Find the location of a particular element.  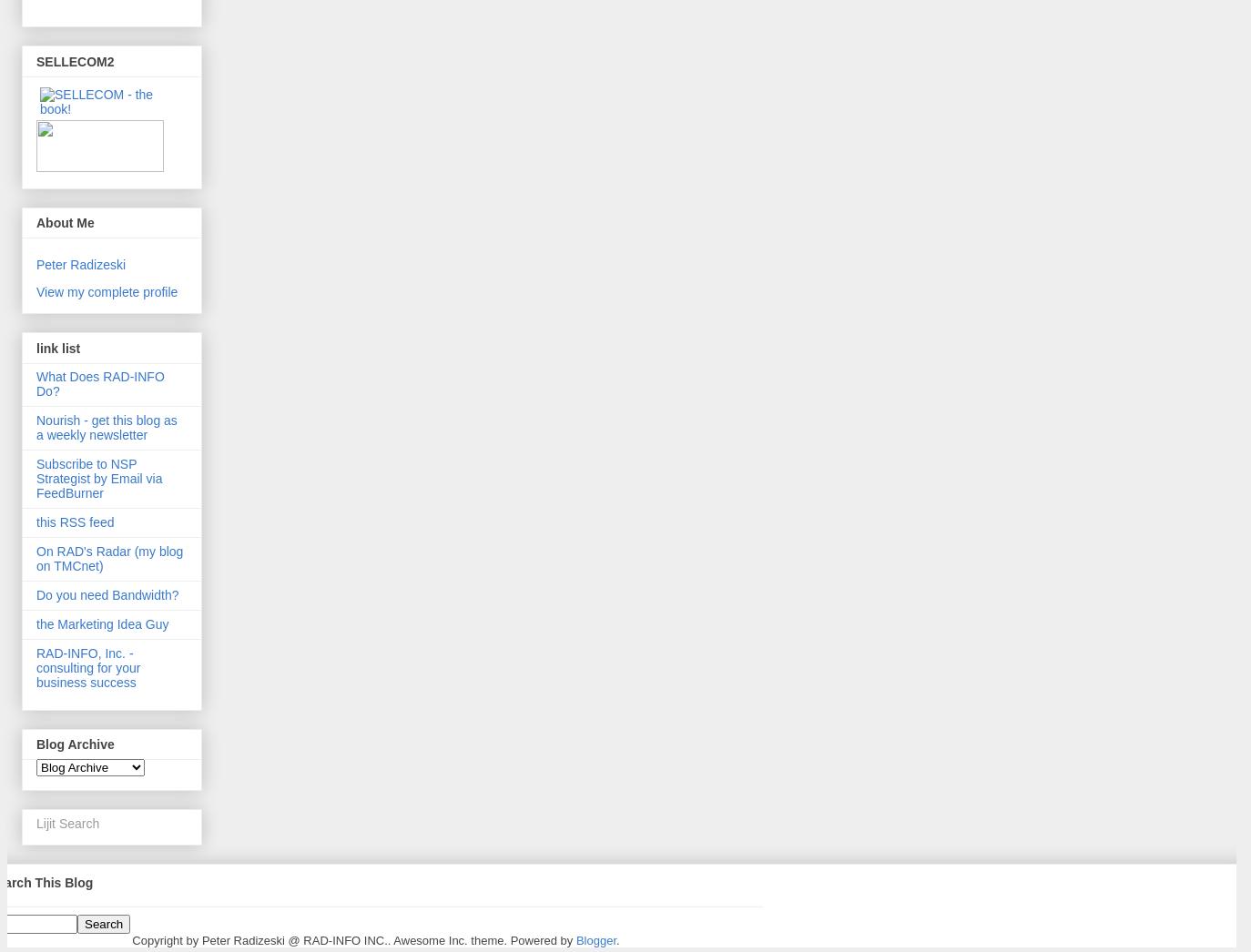

'.' is located at coordinates (615, 939).